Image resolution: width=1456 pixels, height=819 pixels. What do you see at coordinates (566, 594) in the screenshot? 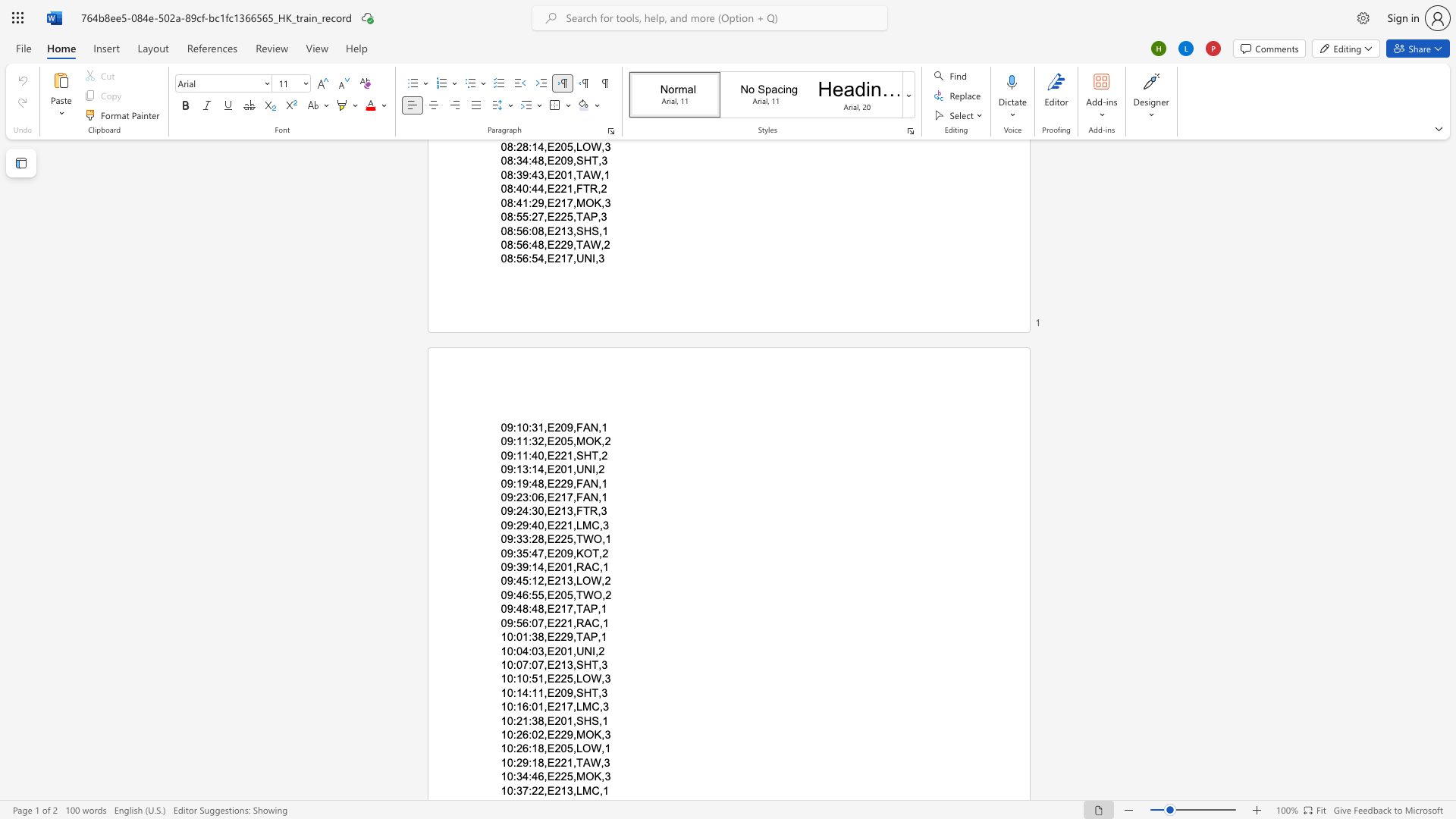
I see `the subset text "5," within the text "09:46:55,E205,TWO,2"` at bounding box center [566, 594].